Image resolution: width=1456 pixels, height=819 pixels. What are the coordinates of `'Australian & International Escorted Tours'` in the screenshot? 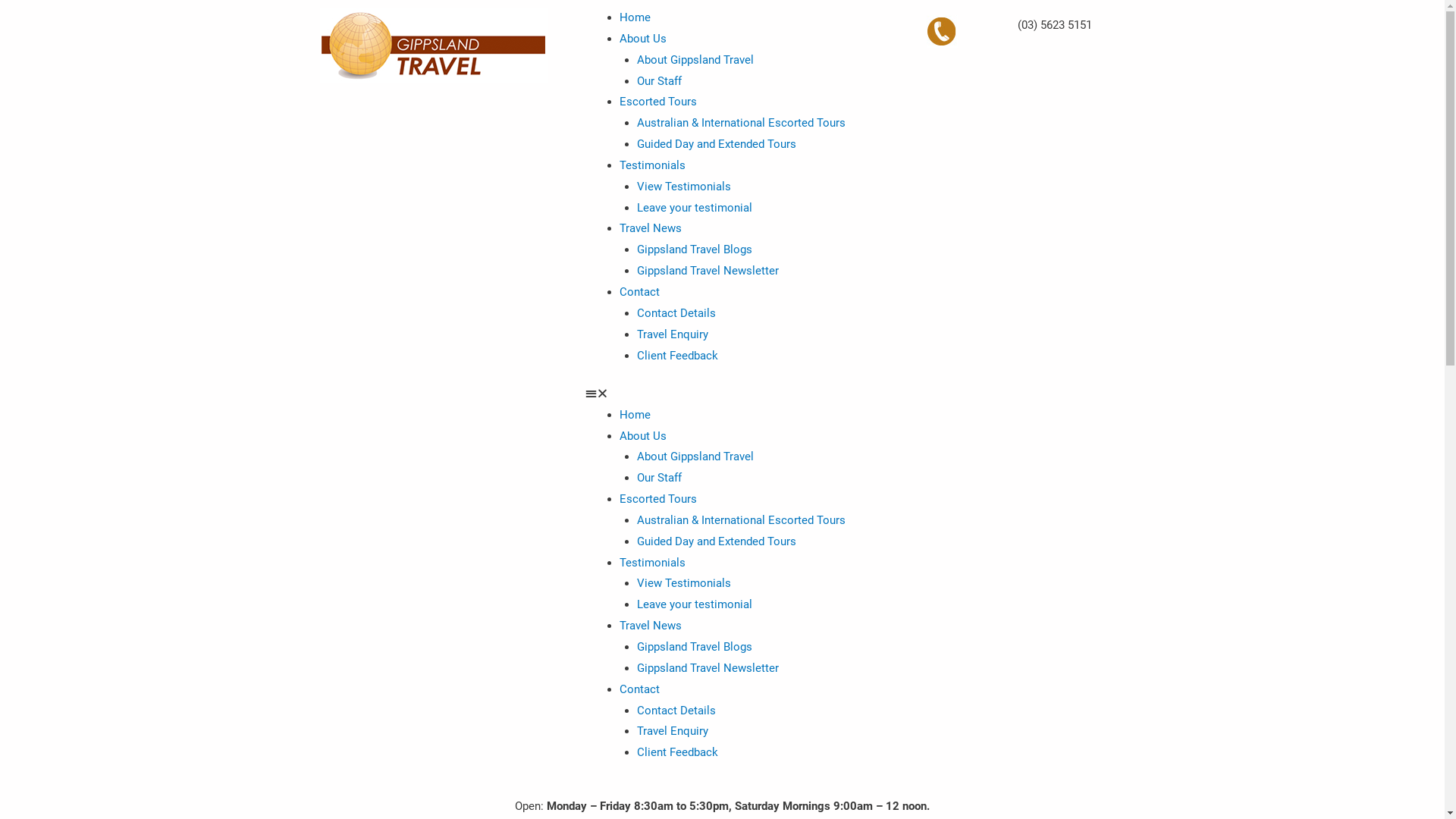 It's located at (741, 519).